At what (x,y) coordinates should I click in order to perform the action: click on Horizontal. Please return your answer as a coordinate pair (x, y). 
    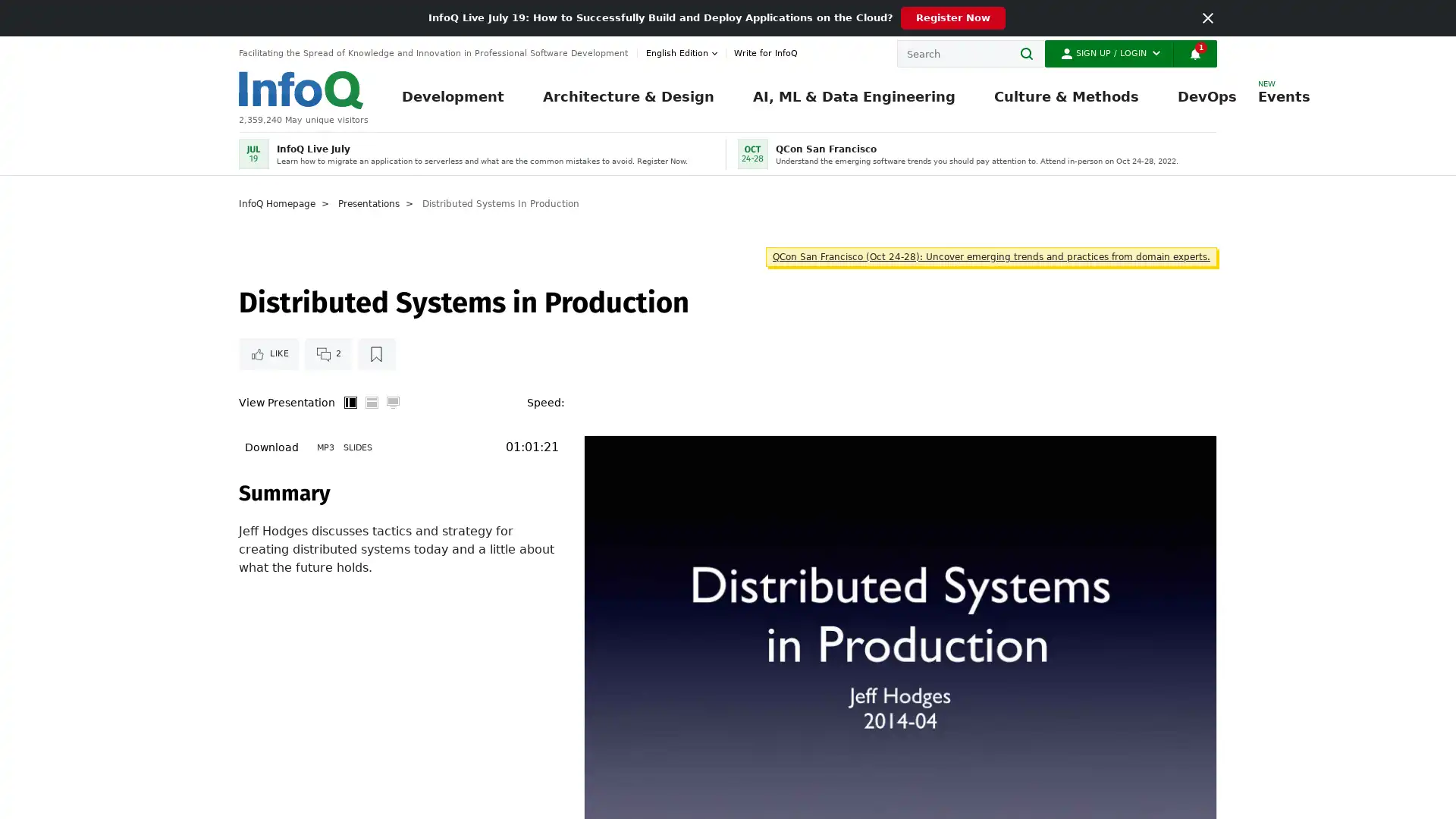
    Looking at the image, I should click on (371, 422).